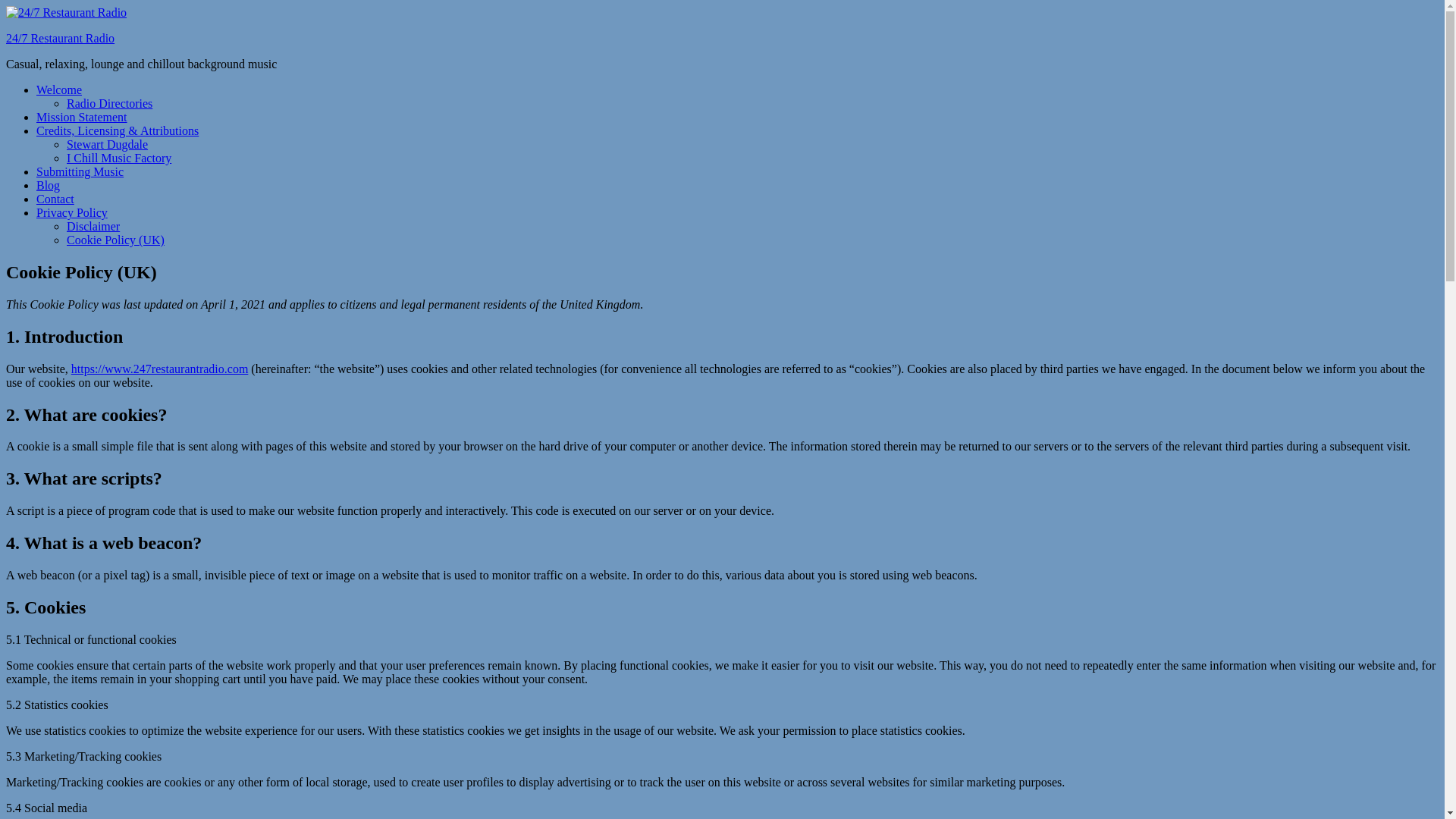 The height and width of the screenshot is (819, 1456). I want to click on 'Radio Directories', so click(65, 102).